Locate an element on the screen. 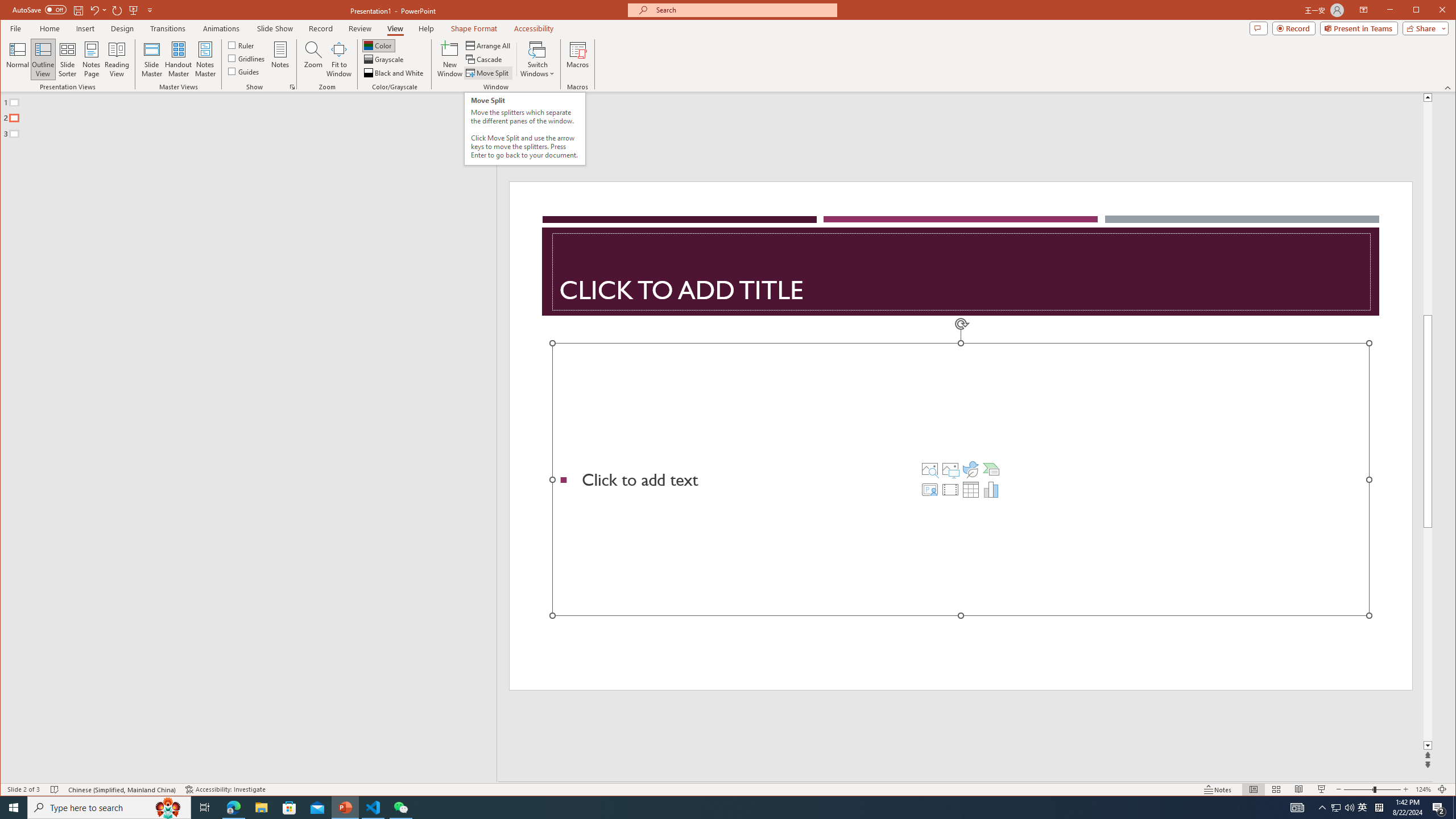 This screenshot has height=819, width=1456. 'Outline View' is located at coordinates (42, 59).